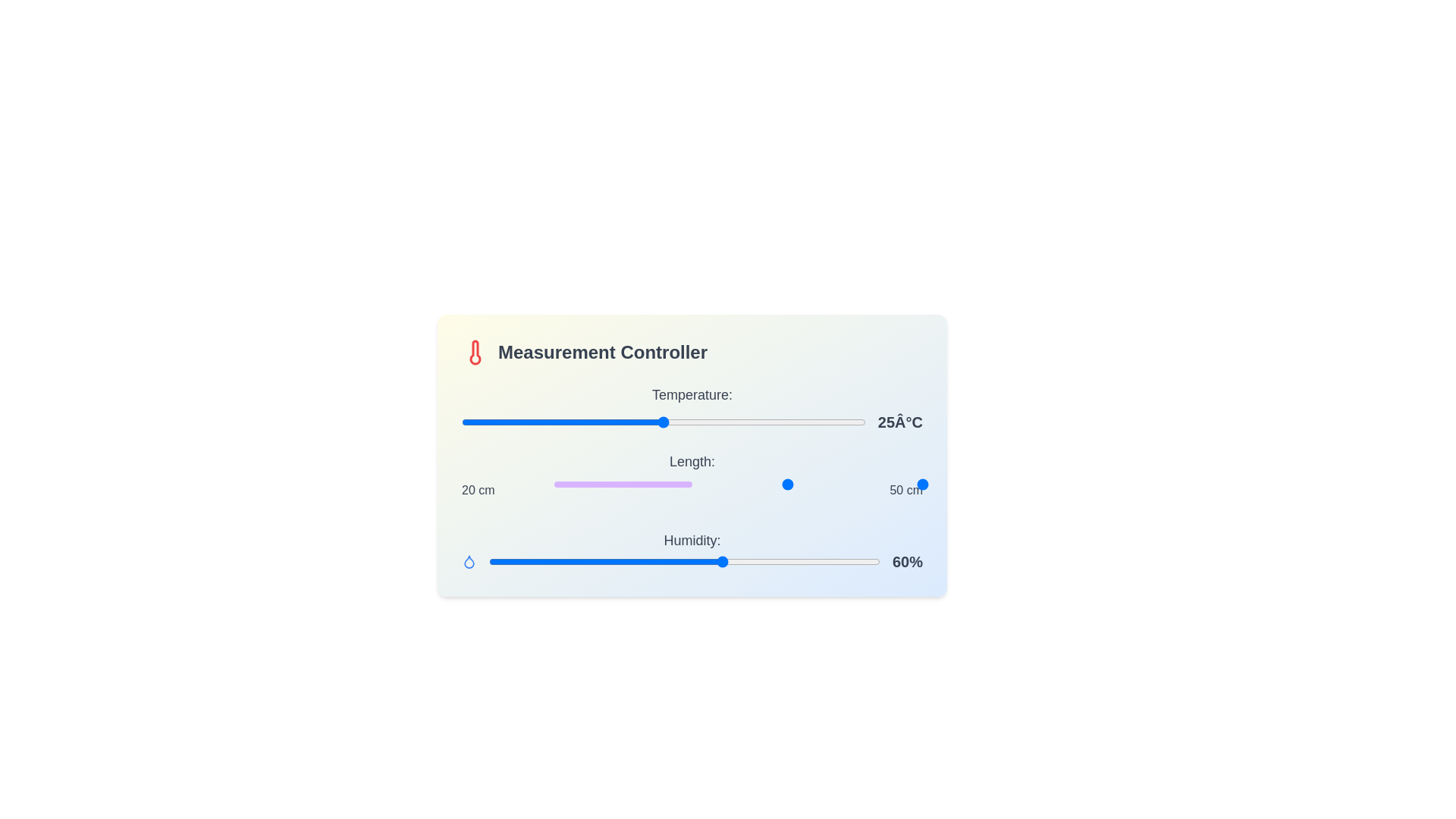 This screenshot has height=819, width=1456. What do you see at coordinates (526, 422) in the screenshot?
I see `the temperature` at bounding box center [526, 422].